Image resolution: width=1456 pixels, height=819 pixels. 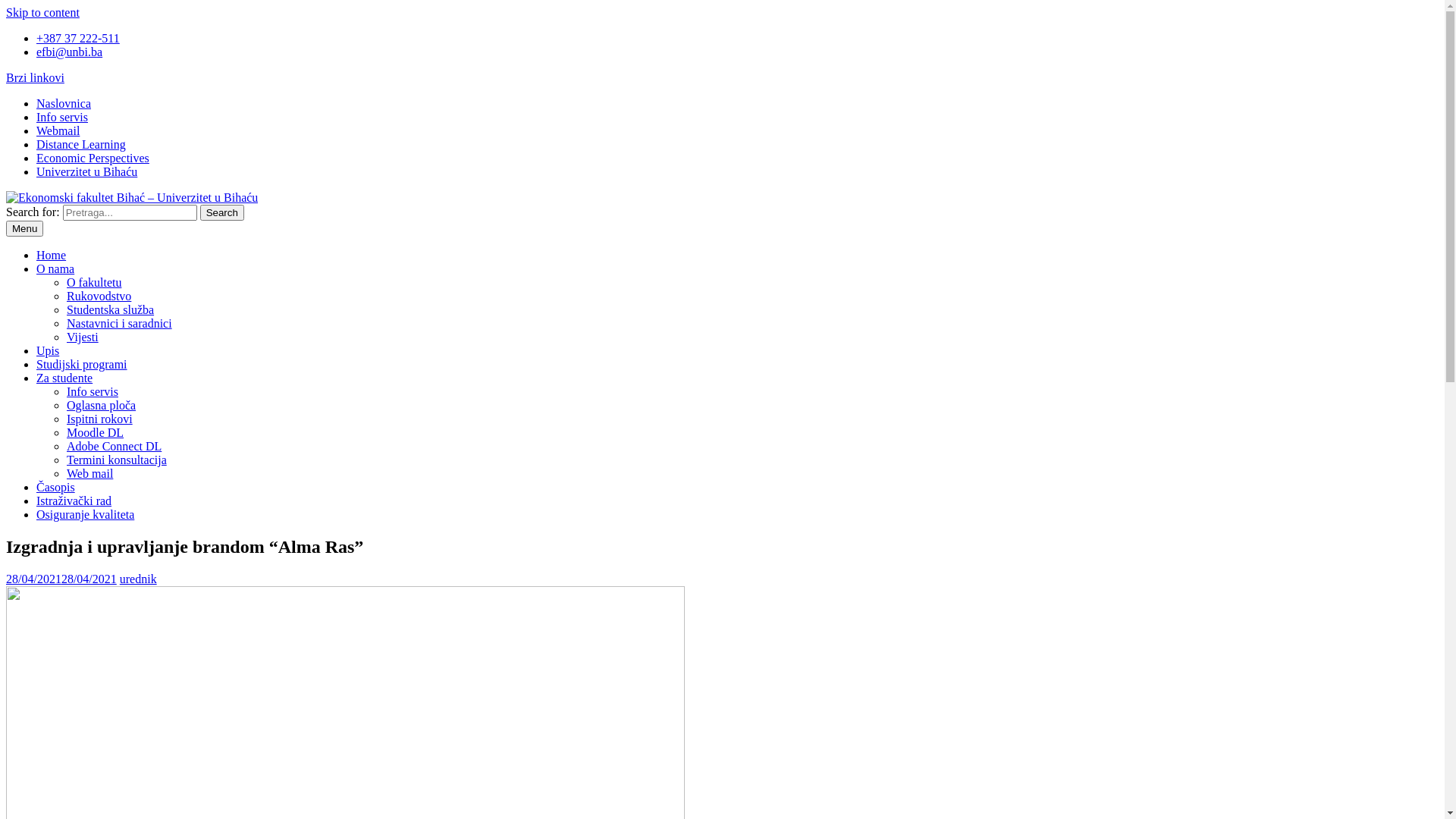 What do you see at coordinates (89, 472) in the screenshot?
I see `'Web mail'` at bounding box center [89, 472].